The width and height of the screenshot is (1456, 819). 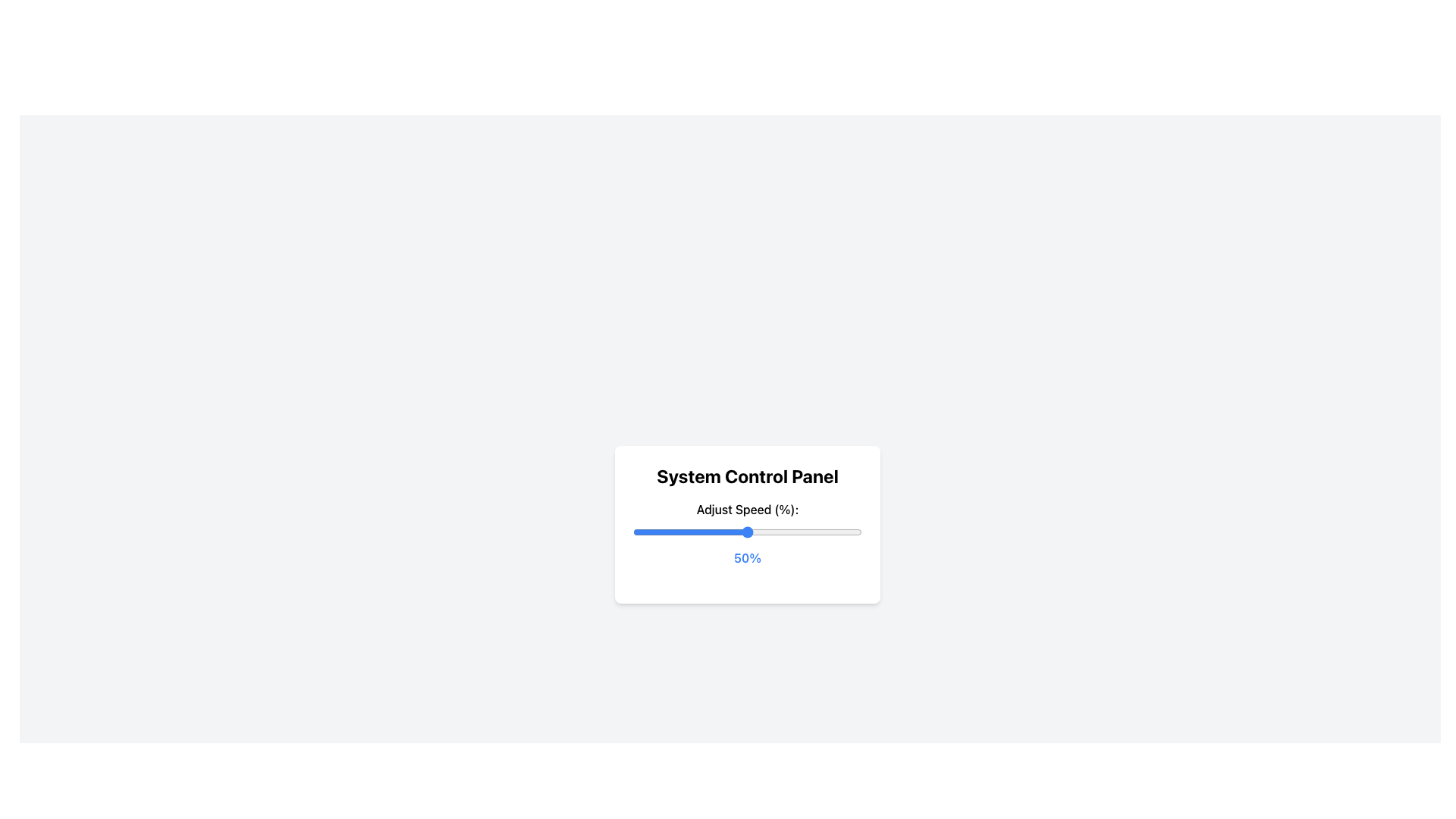 I want to click on the text label reading '50%' which is styled with a blue color and bold font, located directly below the range slider in the central section of the modal window labeled 'System Control Panel', so click(x=747, y=558).